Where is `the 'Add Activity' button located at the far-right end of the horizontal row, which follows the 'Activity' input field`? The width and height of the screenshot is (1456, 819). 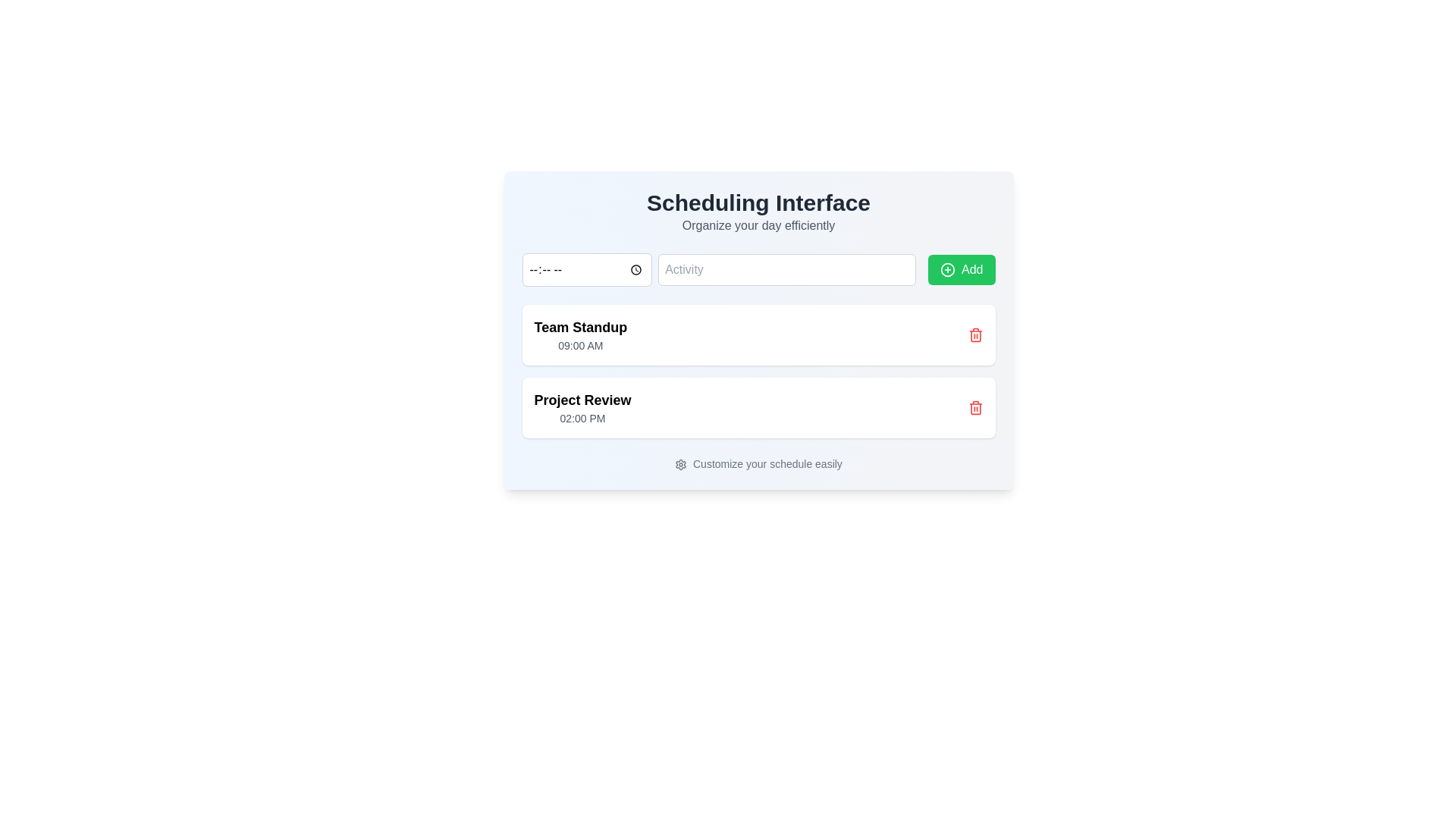
the 'Add Activity' button located at the far-right end of the horizontal row, which follows the 'Activity' input field is located at coordinates (961, 268).